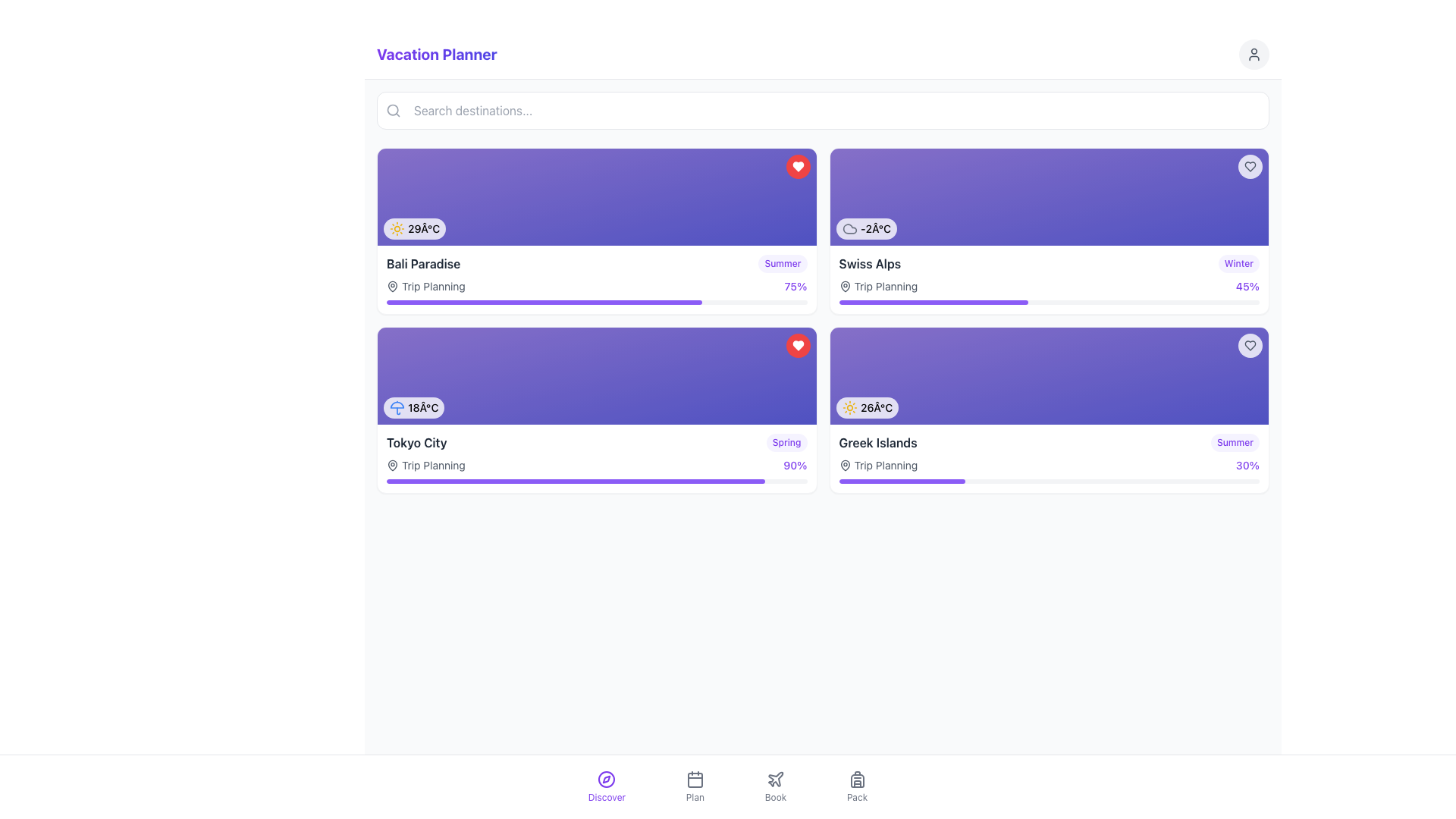 Image resolution: width=1456 pixels, height=819 pixels. I want to click on the title text label 'Vacation Planner' which is styled with a bold font and a vivid gradient color, located at the top left section of the interface, so click(436, 54).